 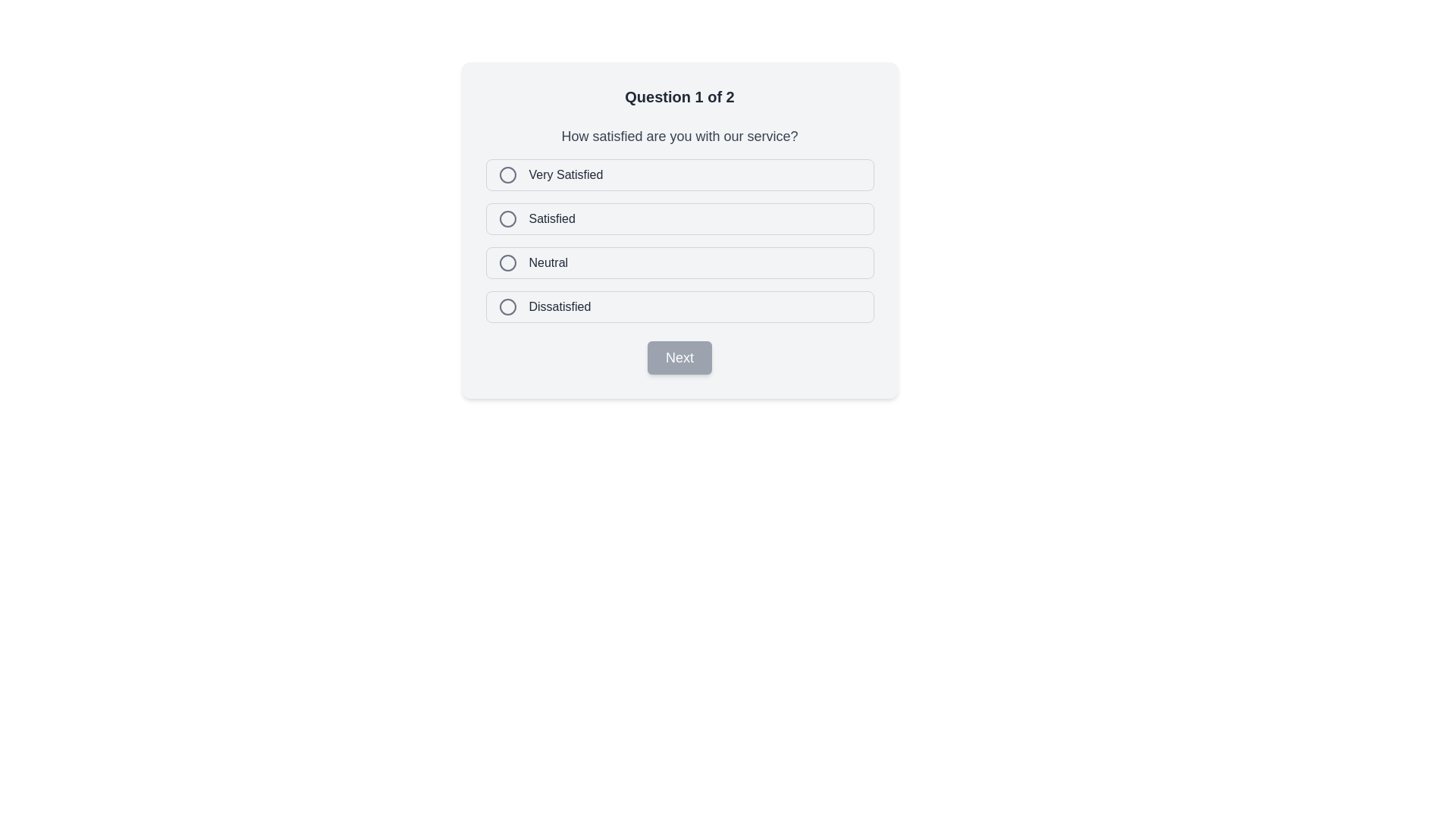 What do you see at coordinates (507, 174) in the screenshot?
I see `the 'Very Satisfied' radio button in the survey` at bounding box center [507, 174].